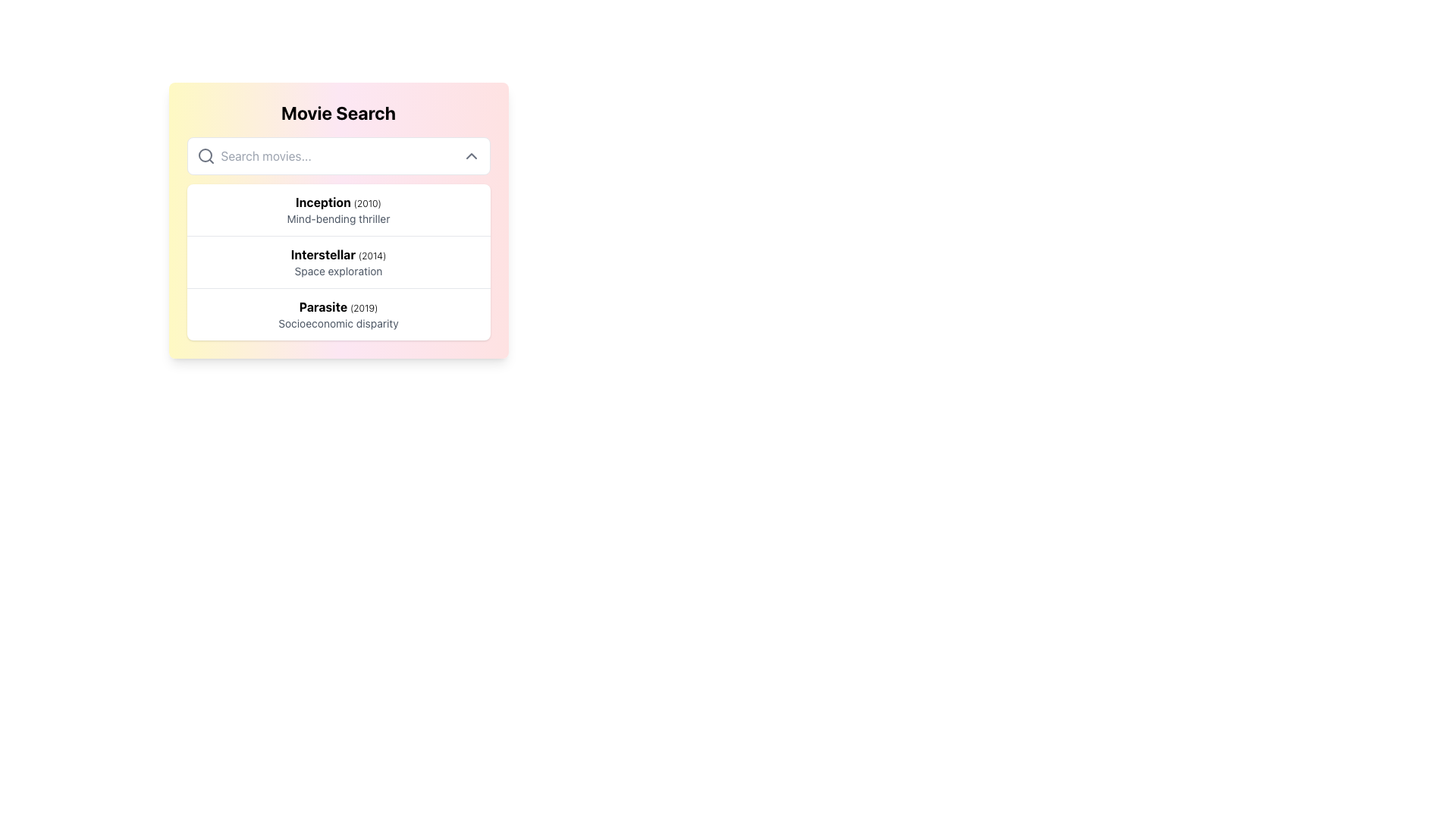 The image size is (1456, 819). I want to click on the static text label displaying the year of the movie release '2010' associated with 'Inception' in the search results, so click(367, 202).